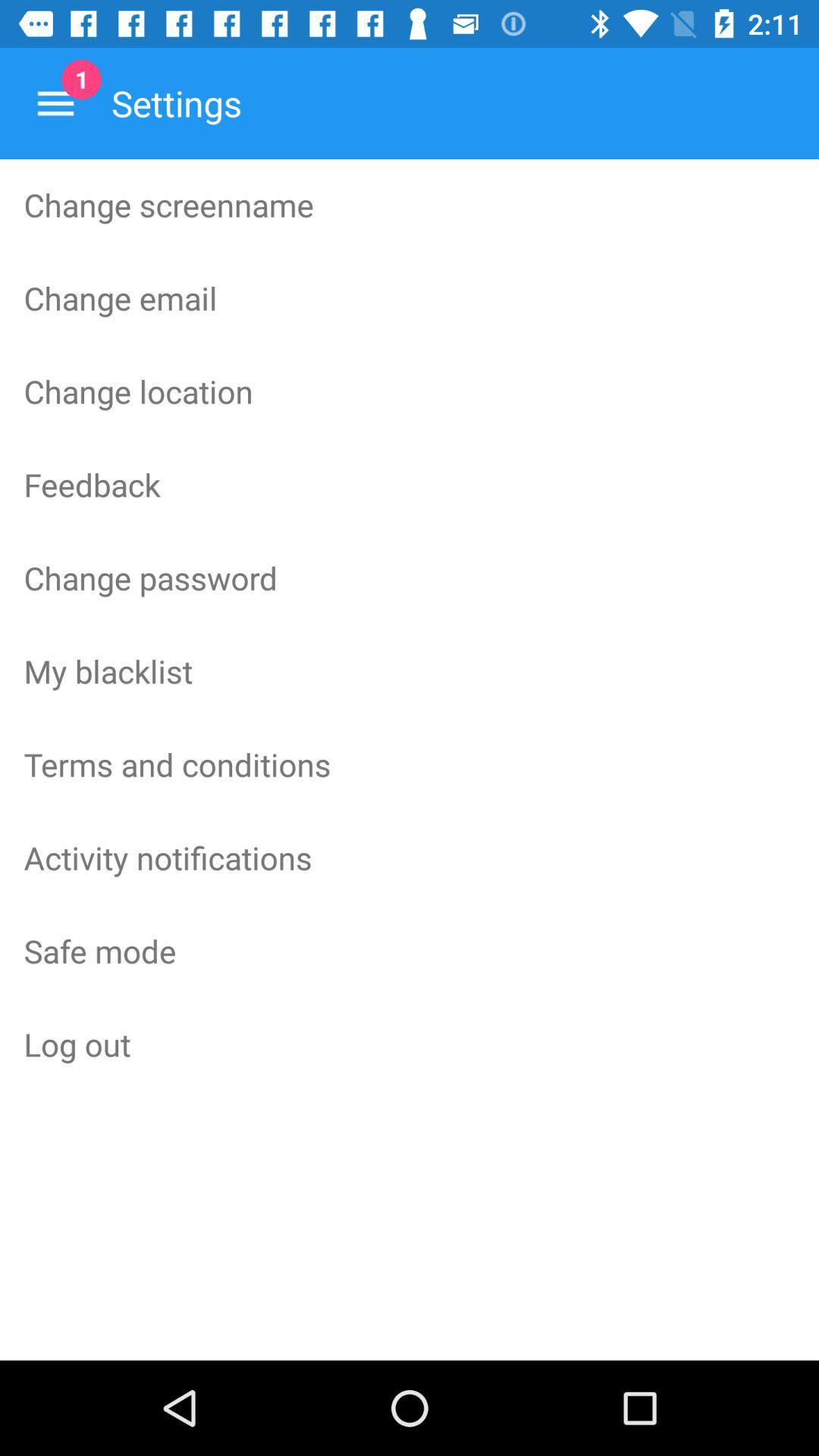 Image resolution: width=819 pixels, height=1456 pixels. What do you see at coordinates (409, 1043) in the screenshot?
I see `item below the safe mode` at bounding box center [409, 1043].